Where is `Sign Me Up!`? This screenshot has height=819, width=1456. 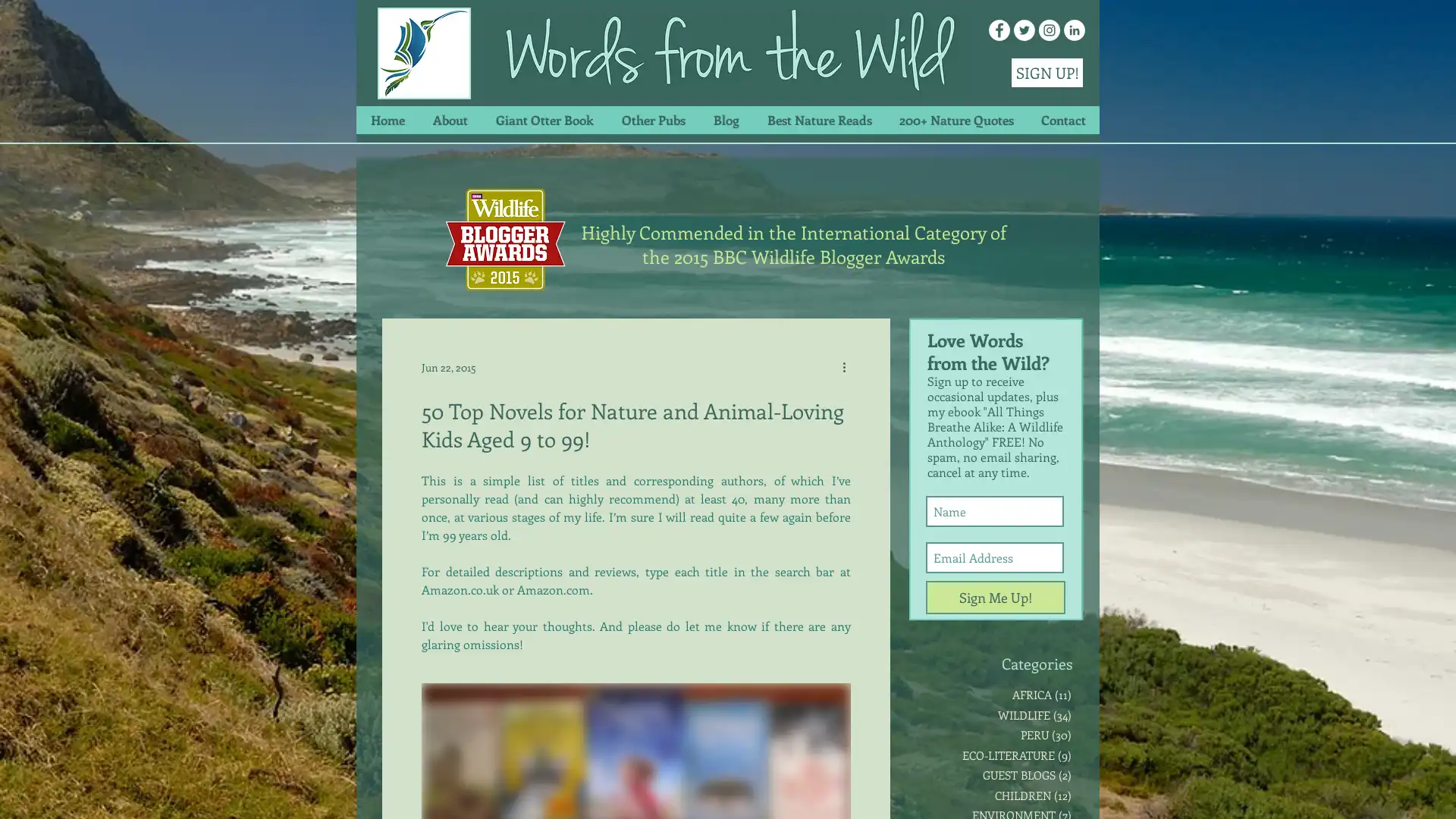 Sign Me Up! is located at coordinates (996, 596).